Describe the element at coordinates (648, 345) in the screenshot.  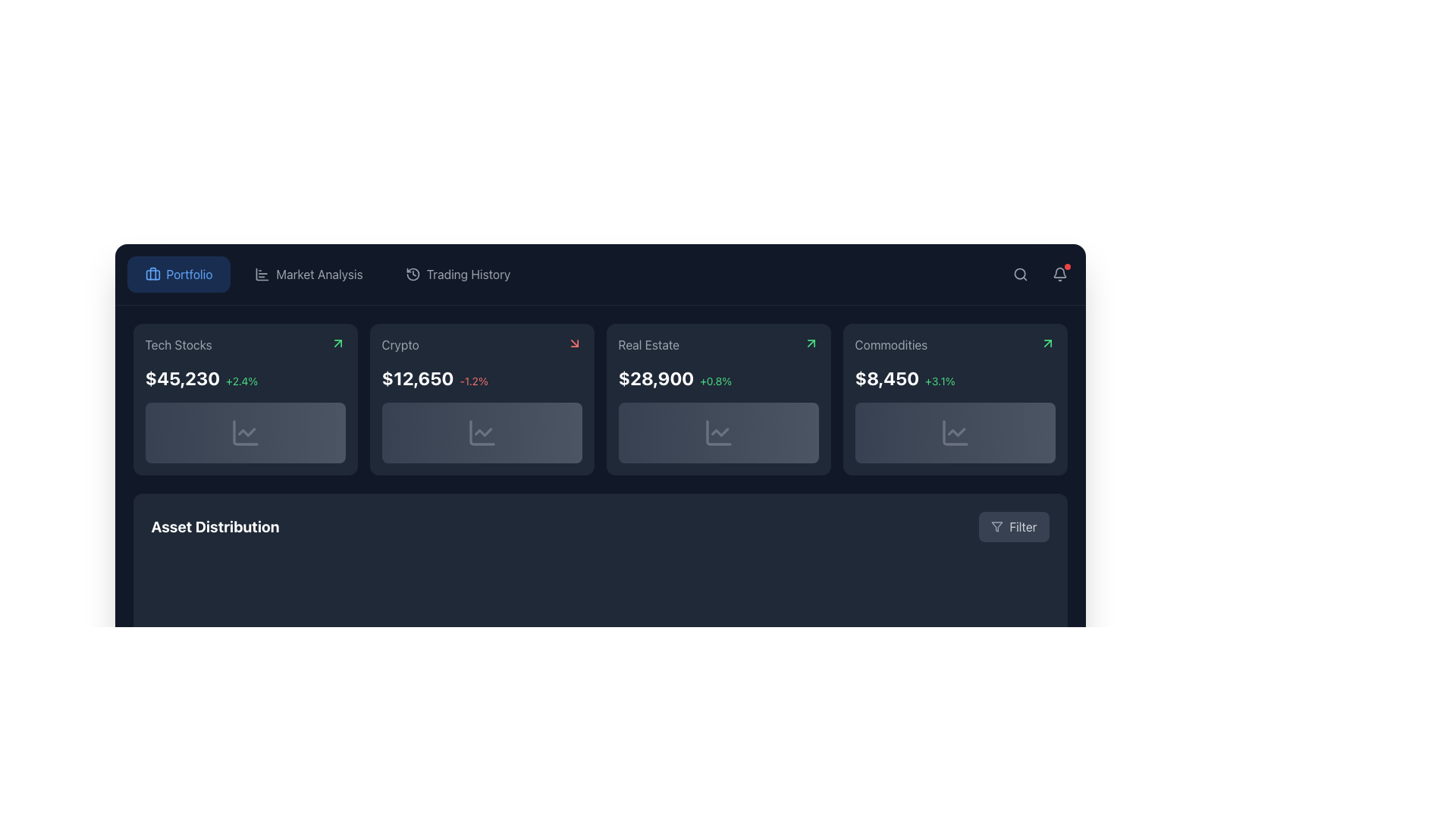
I see `the label or text element that serves as a title for the third card in a horizontal list, located at the top-left corner of the card` at that location.